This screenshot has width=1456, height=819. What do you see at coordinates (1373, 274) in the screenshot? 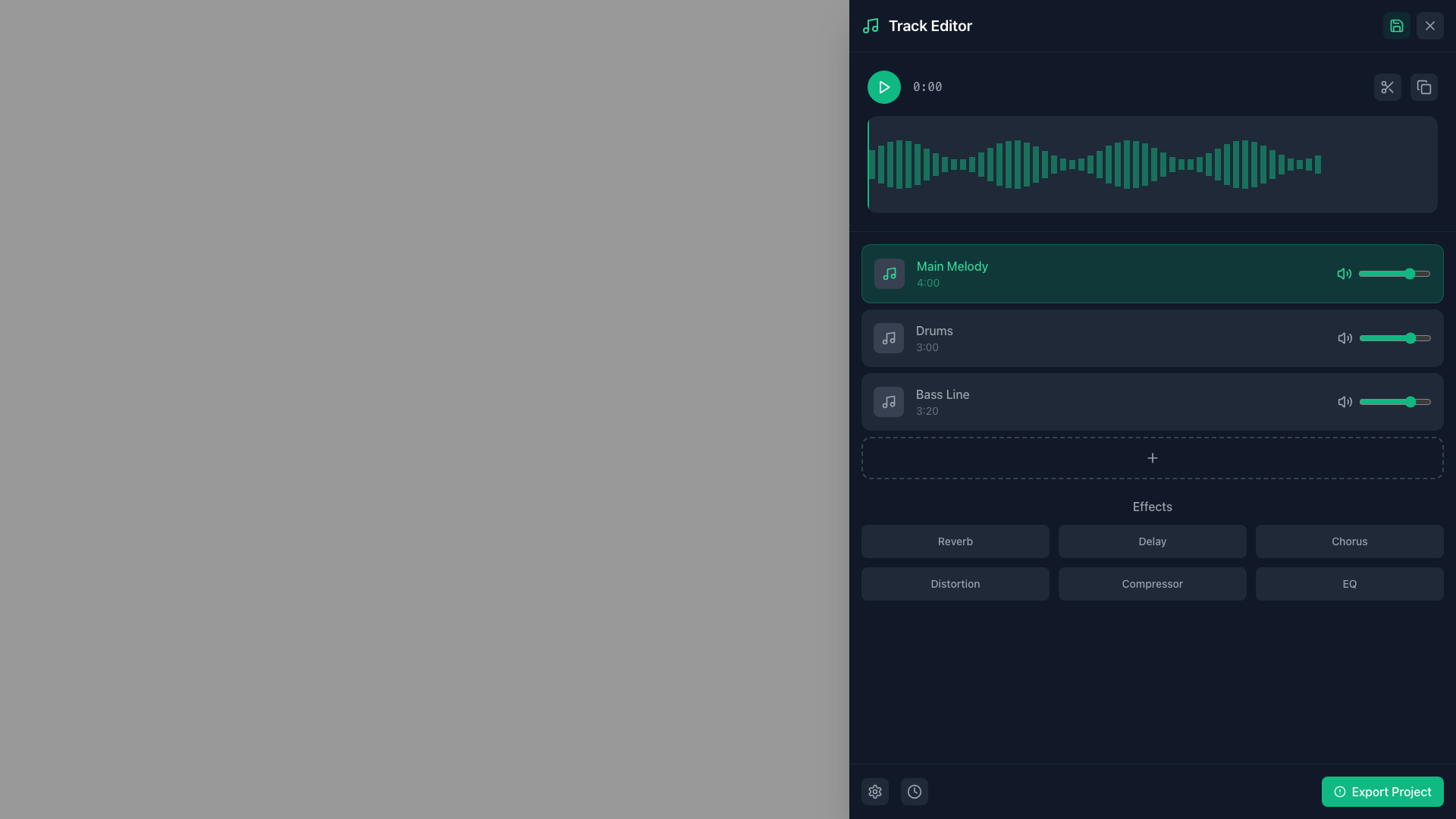
I see `the slider value` at bounding box center [1373, 274].